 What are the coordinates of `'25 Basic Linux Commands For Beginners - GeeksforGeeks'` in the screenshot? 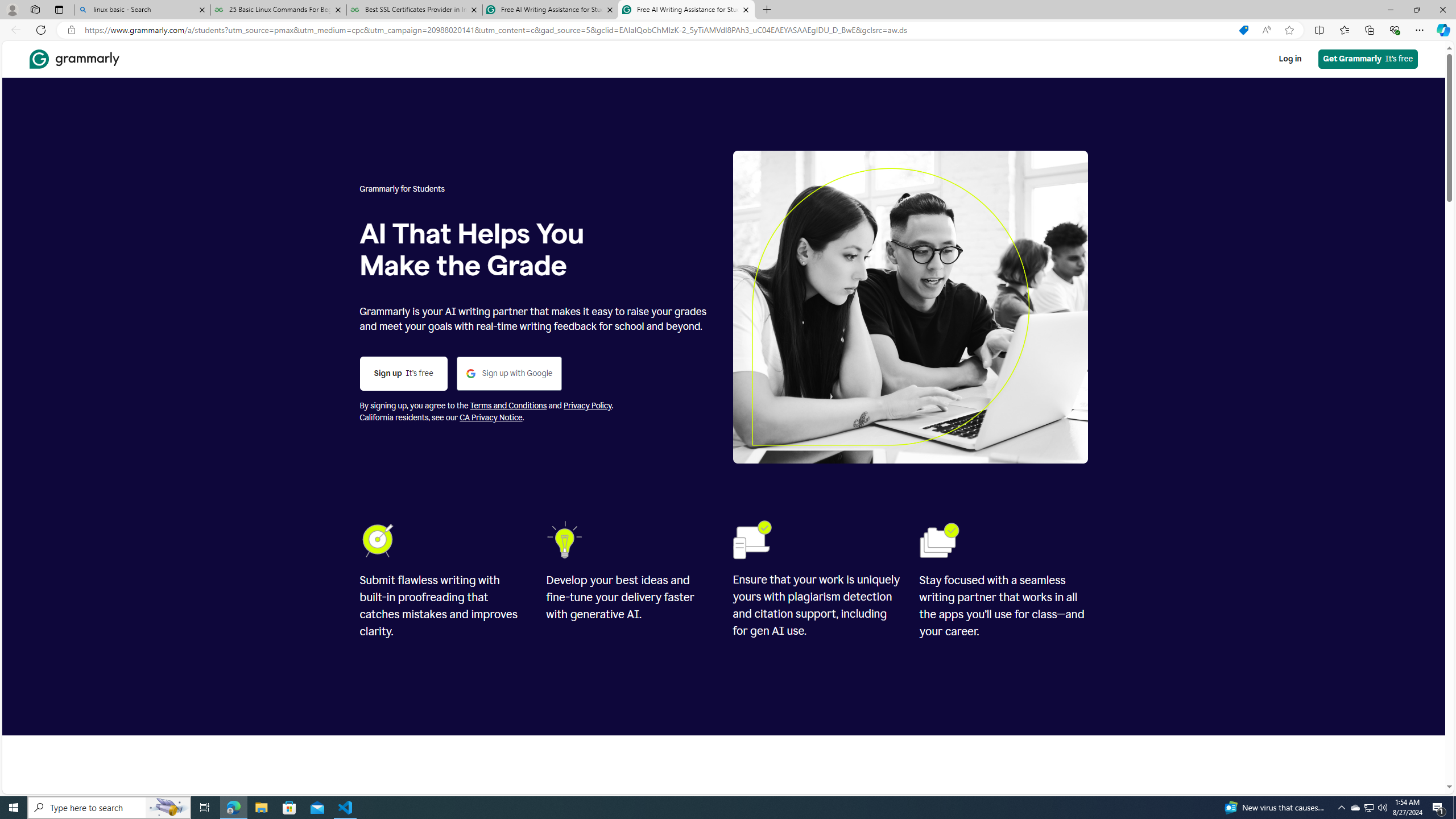 It's located at (278, 9).